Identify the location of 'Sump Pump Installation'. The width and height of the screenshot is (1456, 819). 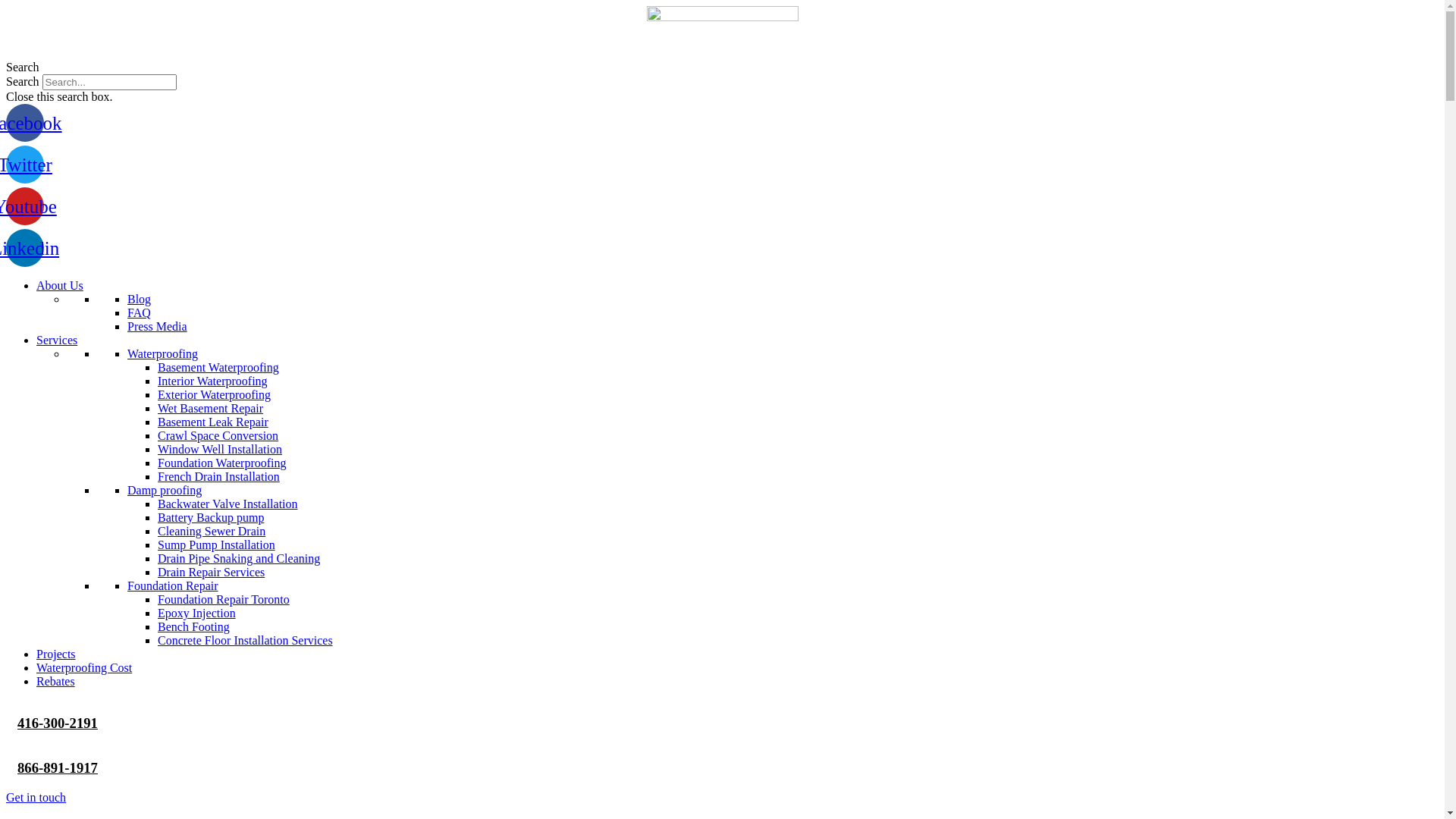
(157, 544).